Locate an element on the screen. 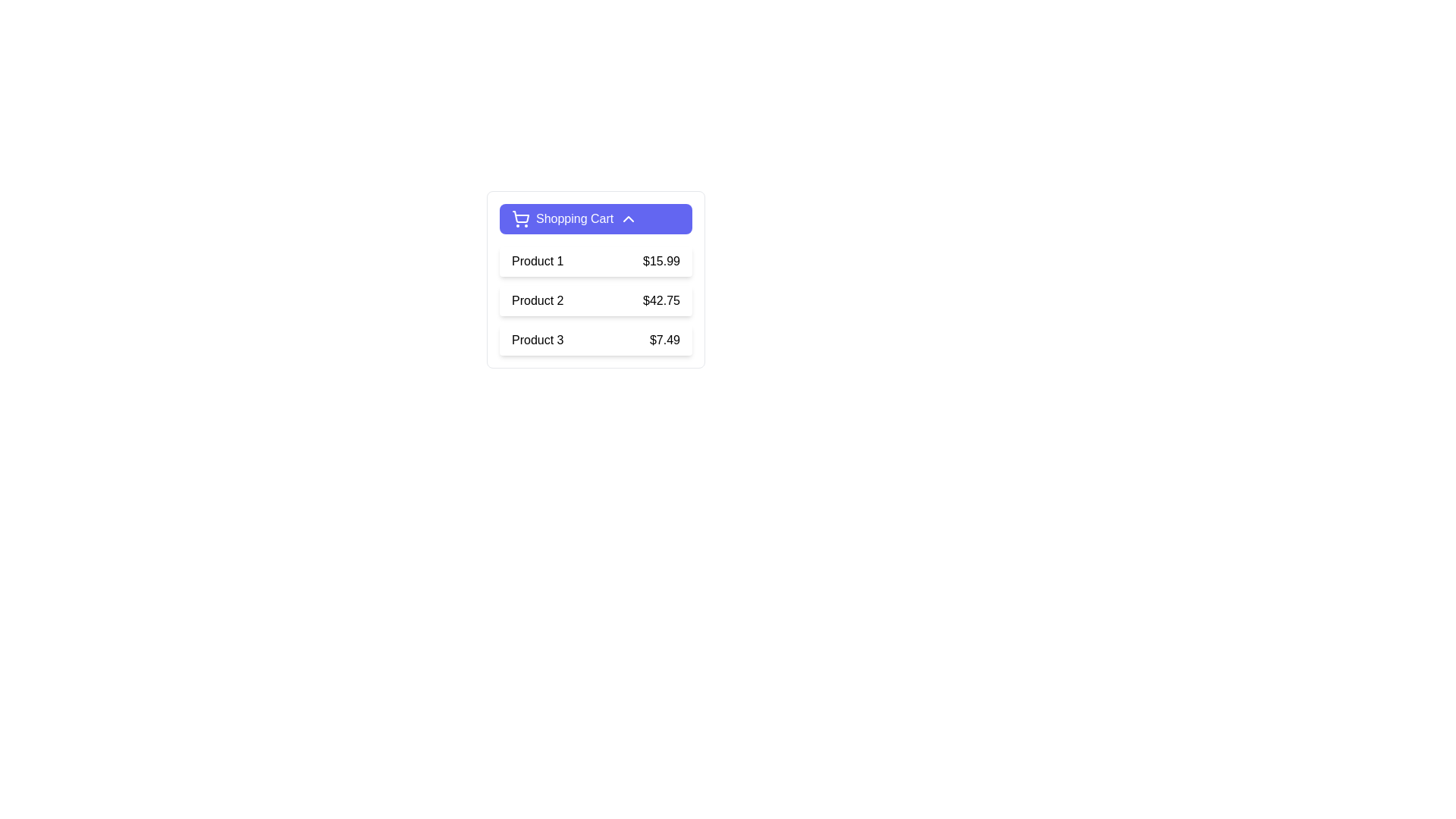 The width and height of the screenshot is (1456, 819). displayed price of 'Product 2' from the text display located to the right of 'Product 2' in the shopping cart interface is located at coordinates (661, 301).